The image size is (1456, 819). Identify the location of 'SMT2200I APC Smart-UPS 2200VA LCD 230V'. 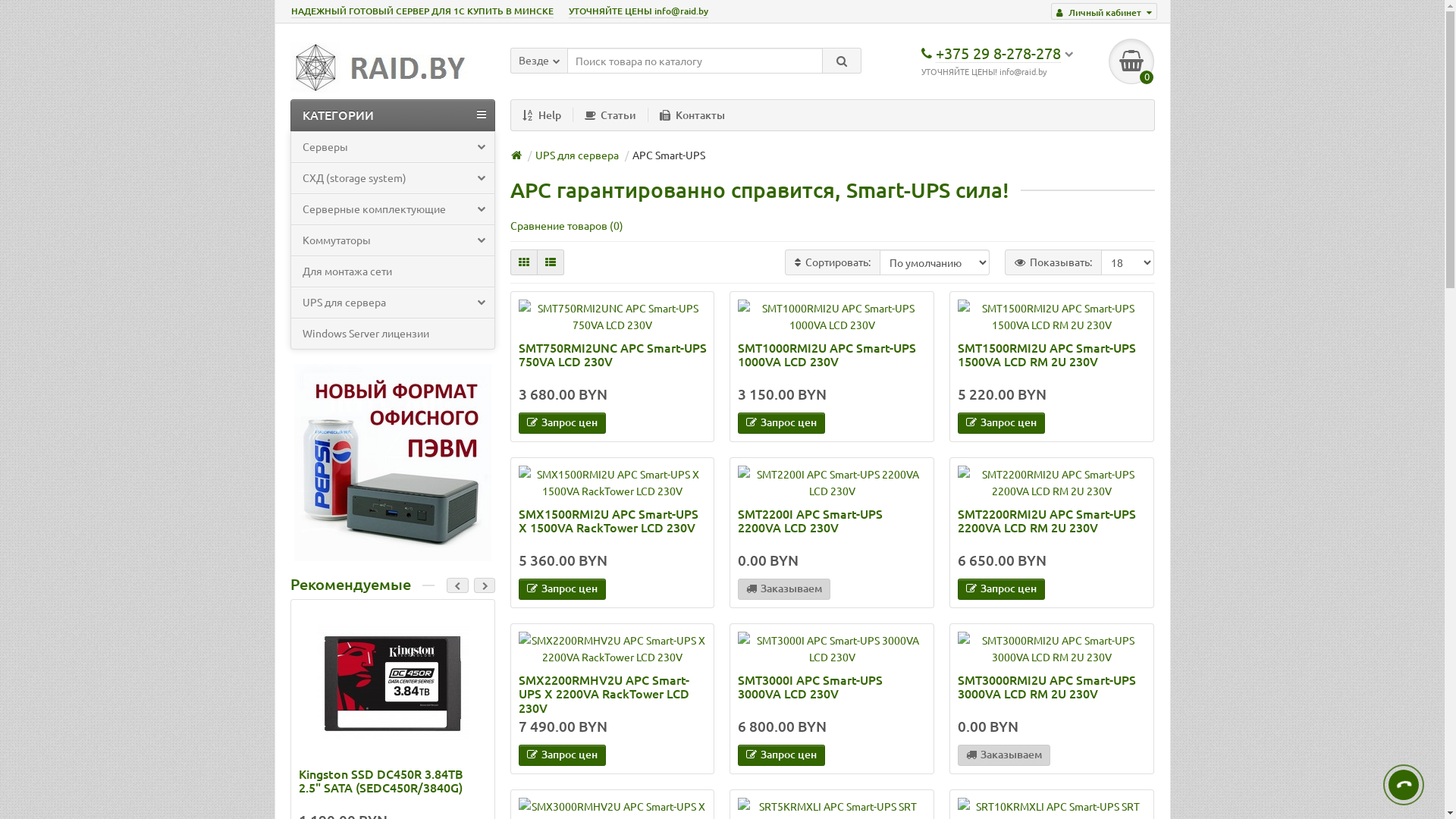
(831, 482).